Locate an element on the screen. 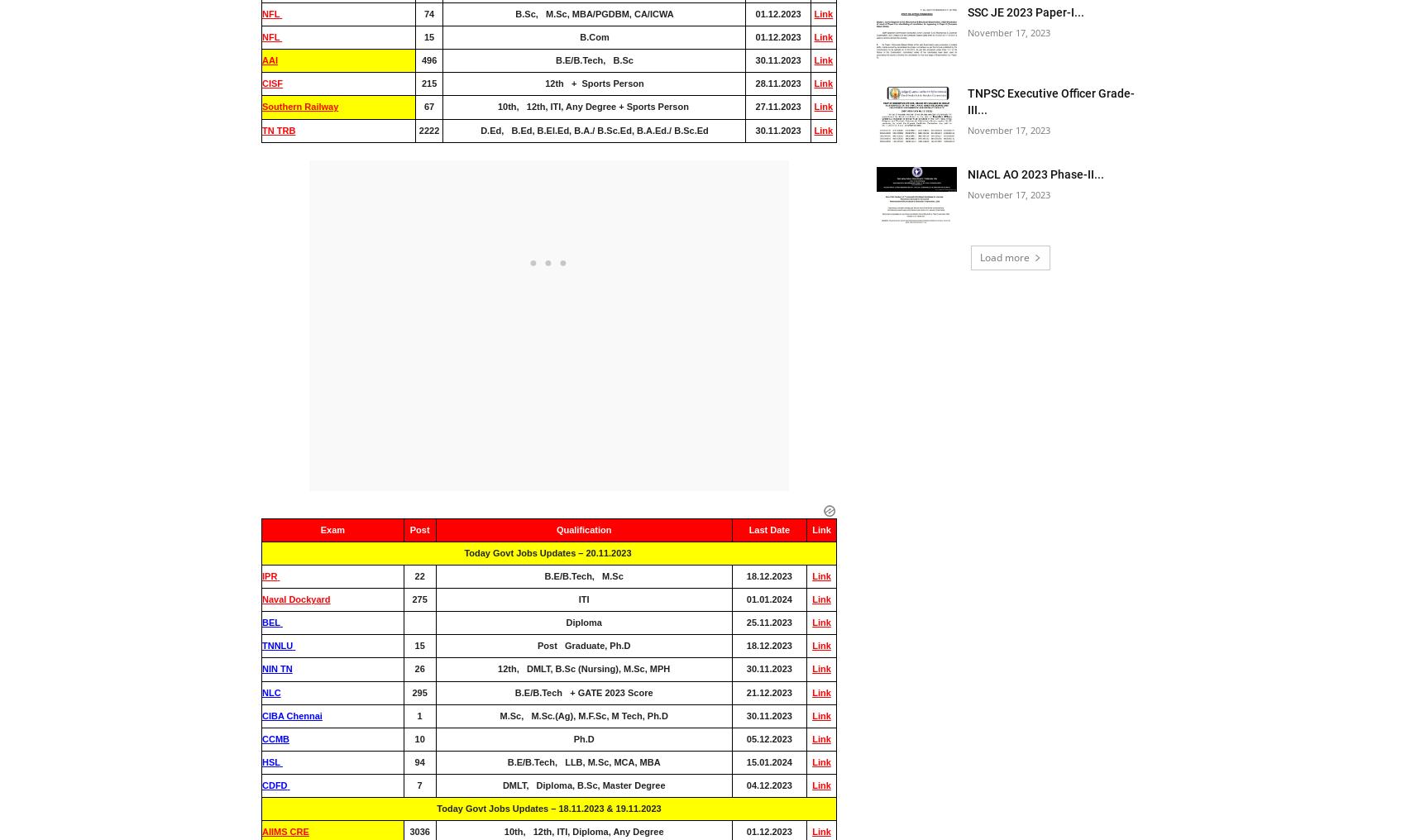 This screenshot has width=1406, height=840. '94' is located at coordinates (418, 761).